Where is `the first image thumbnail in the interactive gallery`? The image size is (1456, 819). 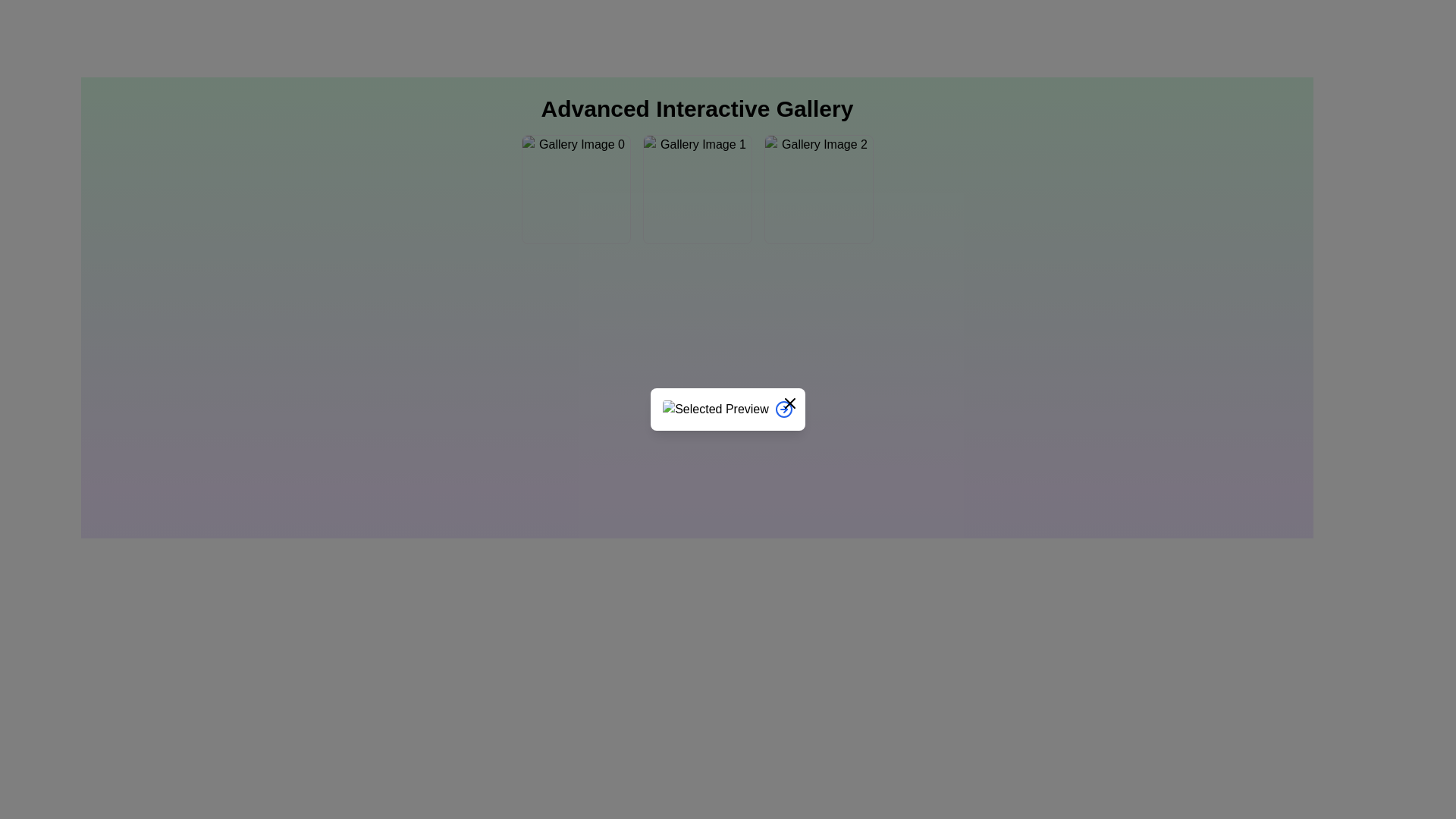
the first image thumbnail in the interactive gallery is located at coordinates (575, 189).